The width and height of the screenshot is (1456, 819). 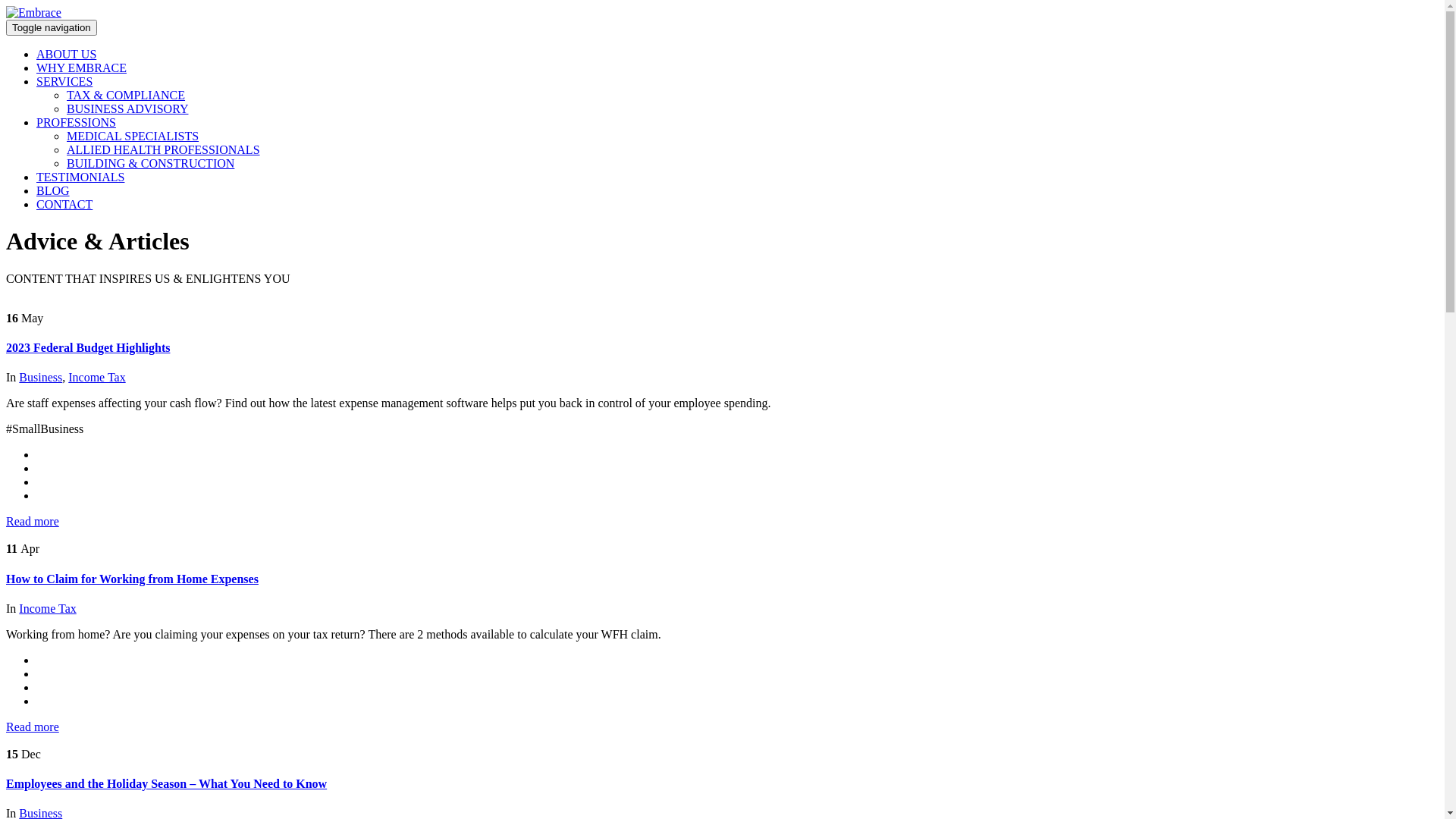 I want to click on 'PROFESSIONS', so click(x=36, y=121).